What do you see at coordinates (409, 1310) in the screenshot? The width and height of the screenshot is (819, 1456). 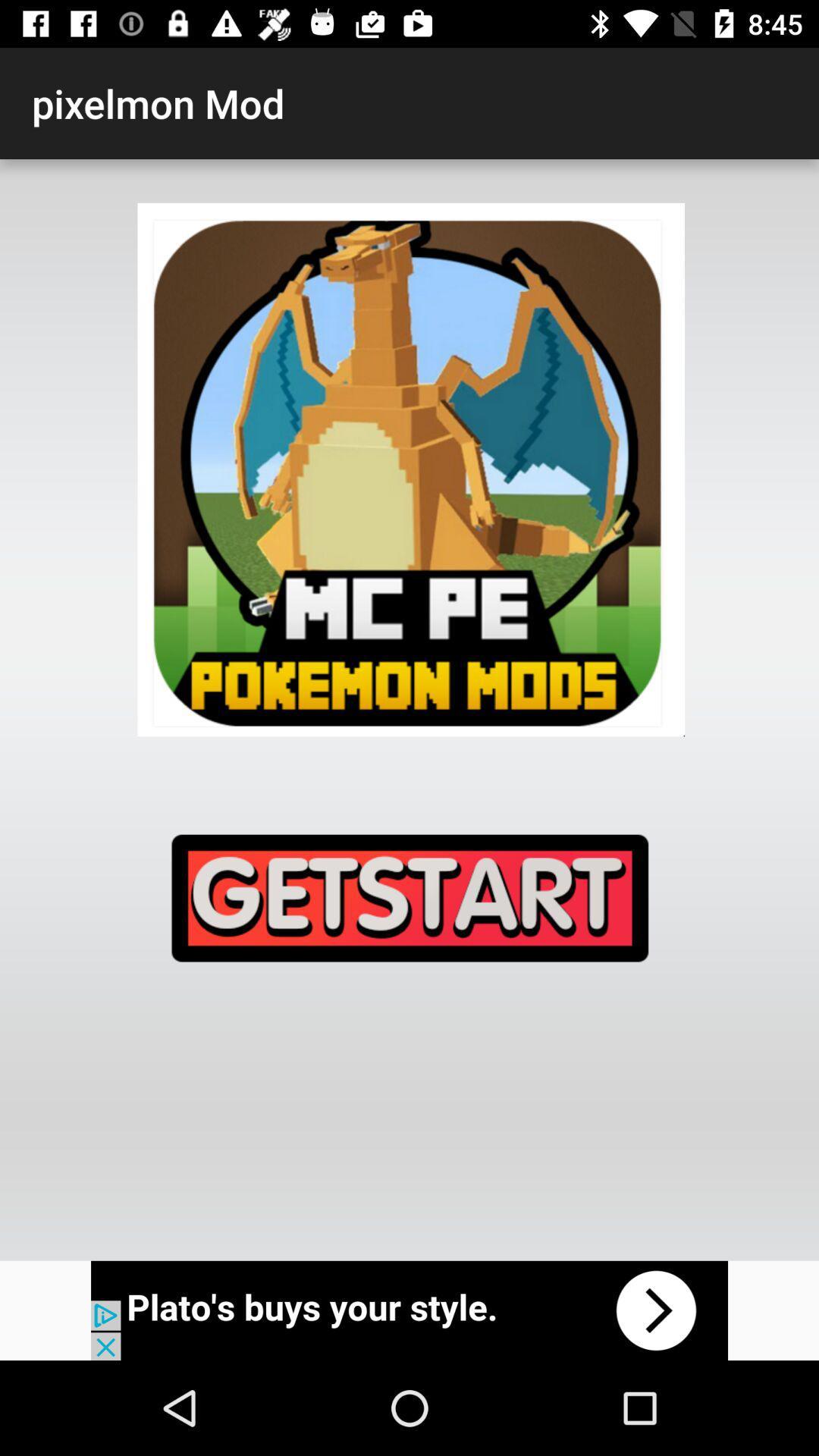 I see `advertisement` at bounding box center [409, 1310].